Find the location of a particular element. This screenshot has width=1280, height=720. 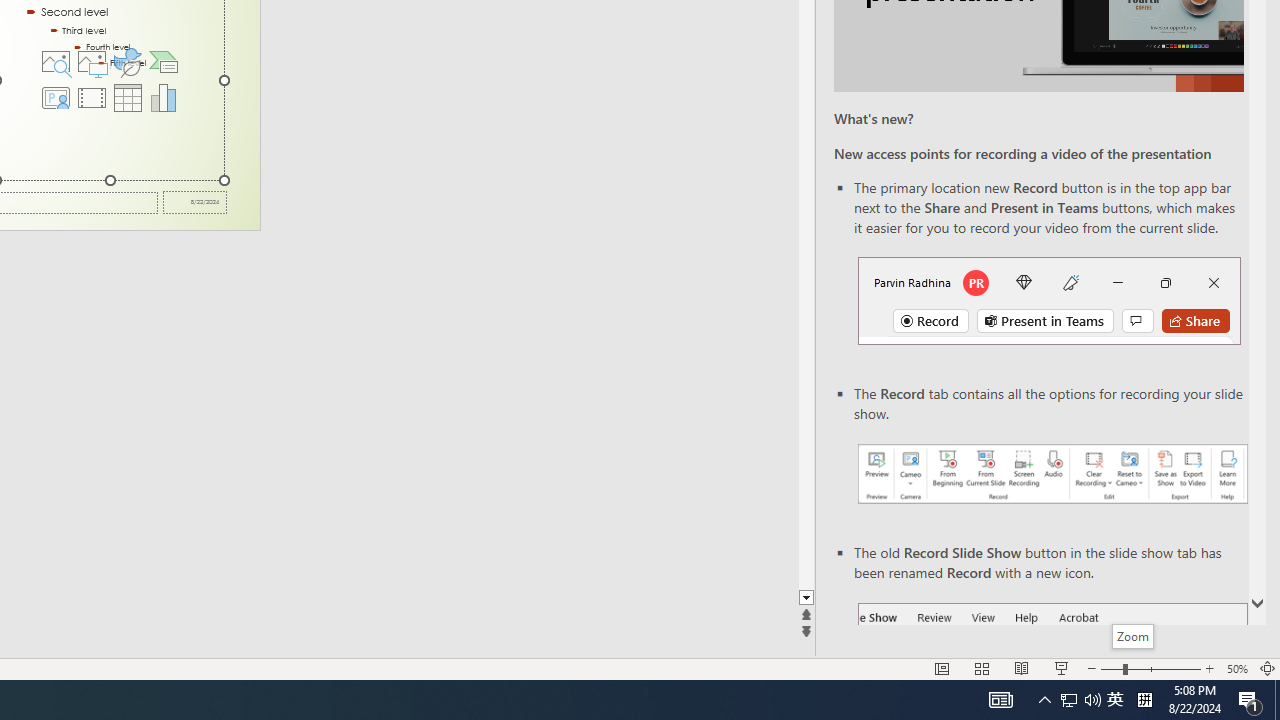

'Stock Images' is located at coordinates (55, 60).